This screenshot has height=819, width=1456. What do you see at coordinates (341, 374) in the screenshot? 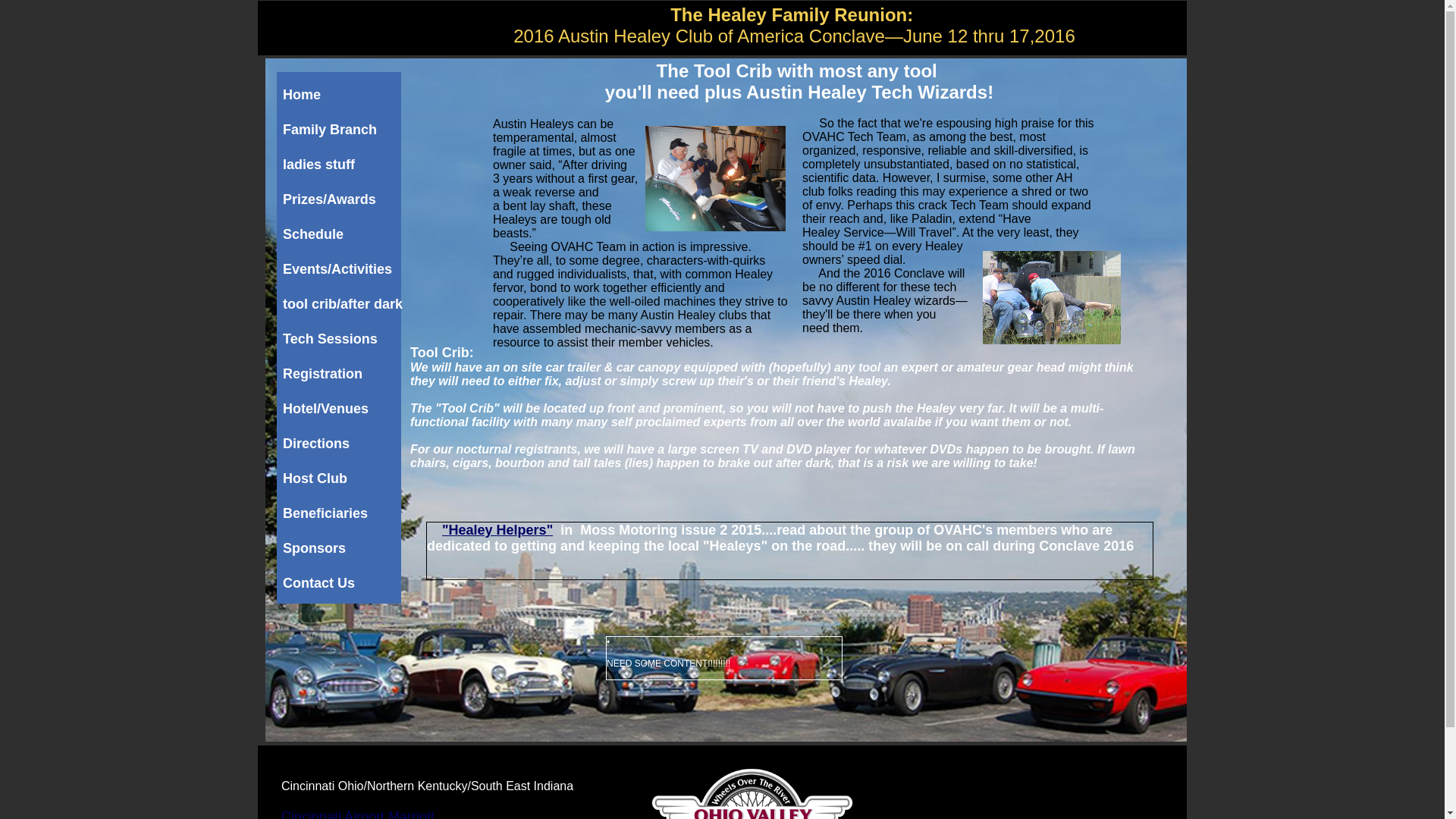
I see `'Registration'` at bounding box center [341, 374].